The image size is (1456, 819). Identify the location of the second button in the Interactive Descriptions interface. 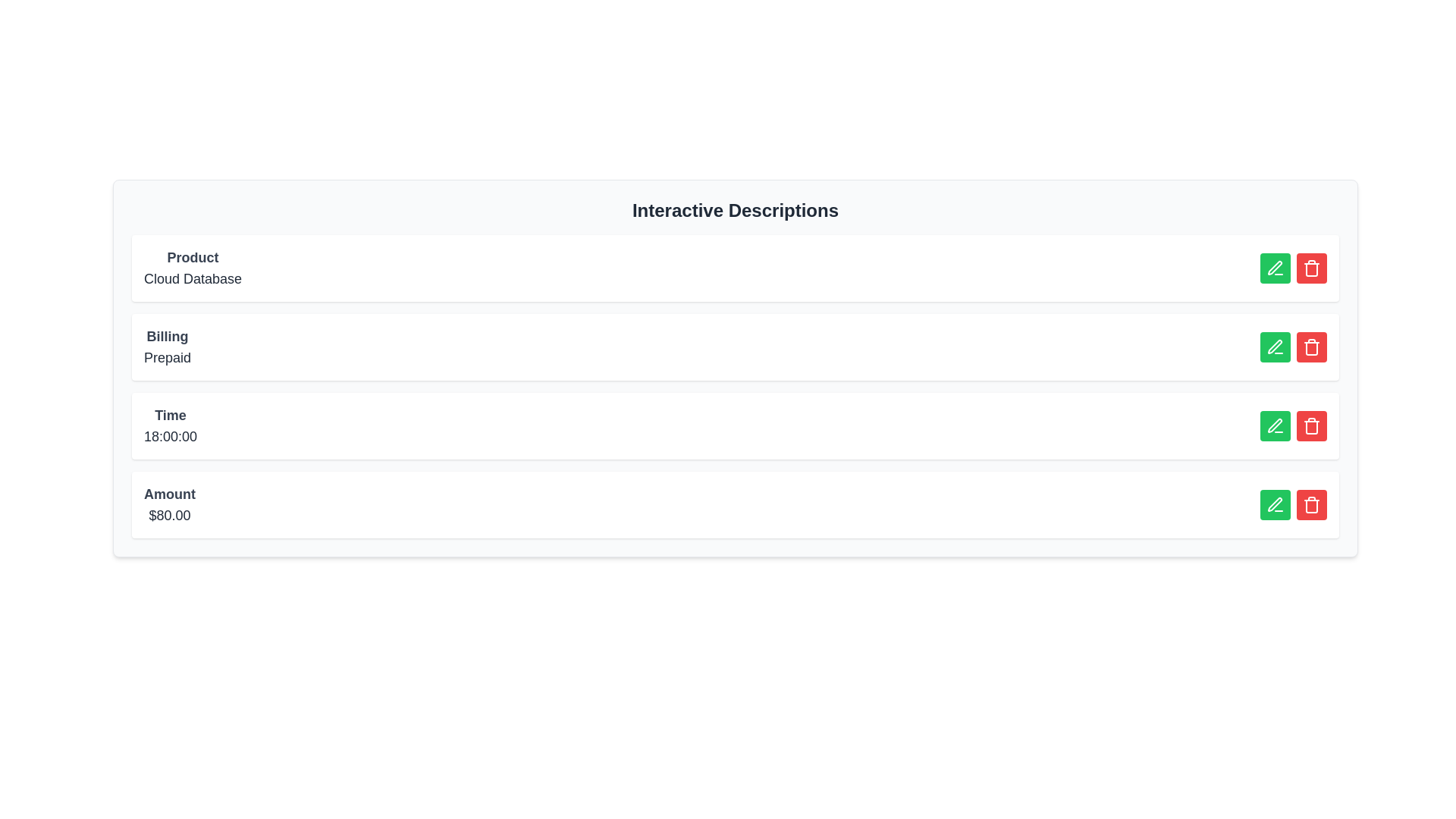
(1274, 347).